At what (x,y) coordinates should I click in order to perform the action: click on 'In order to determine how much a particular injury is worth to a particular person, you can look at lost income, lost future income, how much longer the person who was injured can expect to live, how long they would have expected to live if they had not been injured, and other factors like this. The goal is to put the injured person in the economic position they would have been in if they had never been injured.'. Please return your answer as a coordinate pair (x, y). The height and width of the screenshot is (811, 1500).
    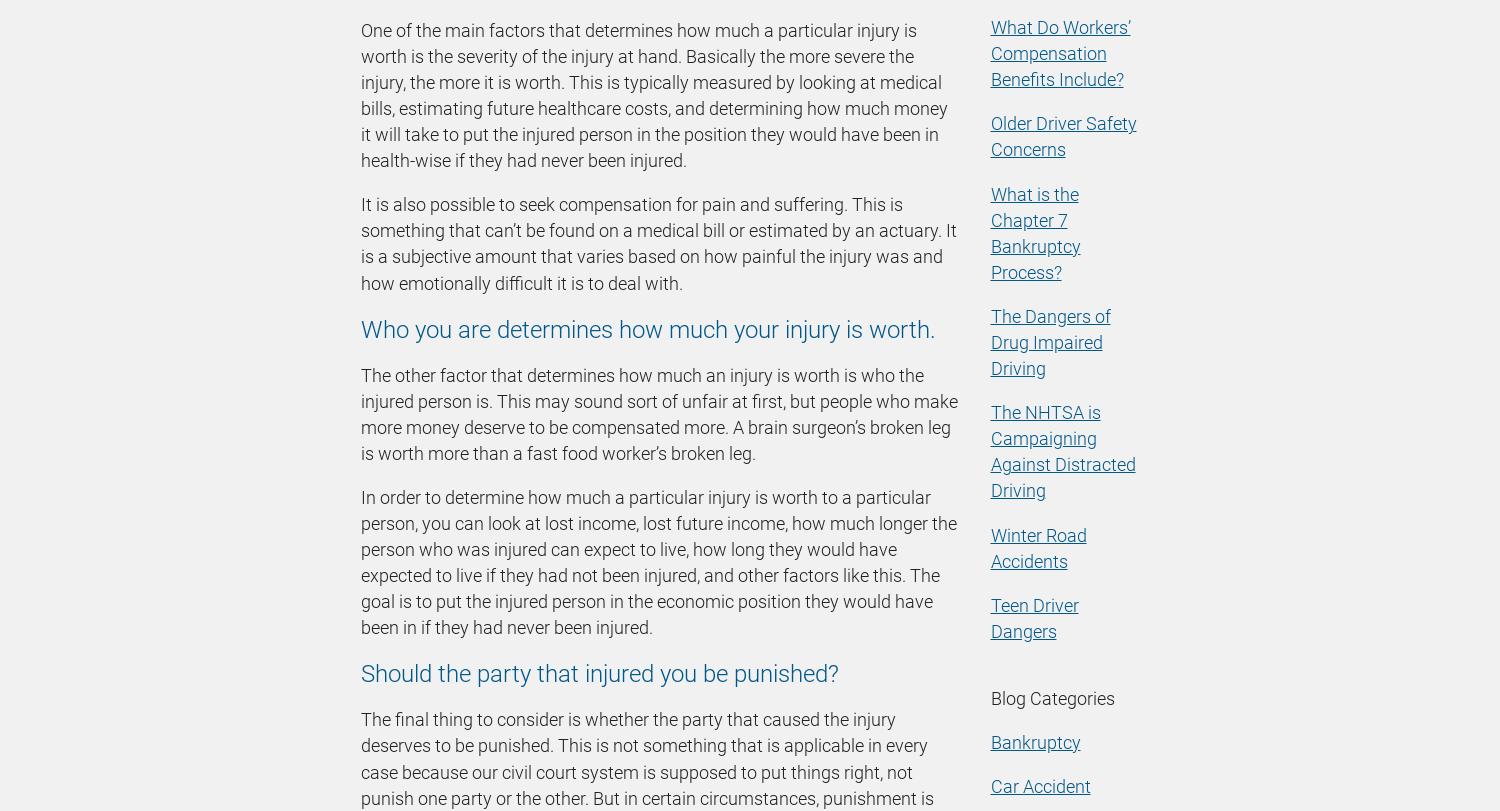
    Looking at the image, I should click on (359, 561).